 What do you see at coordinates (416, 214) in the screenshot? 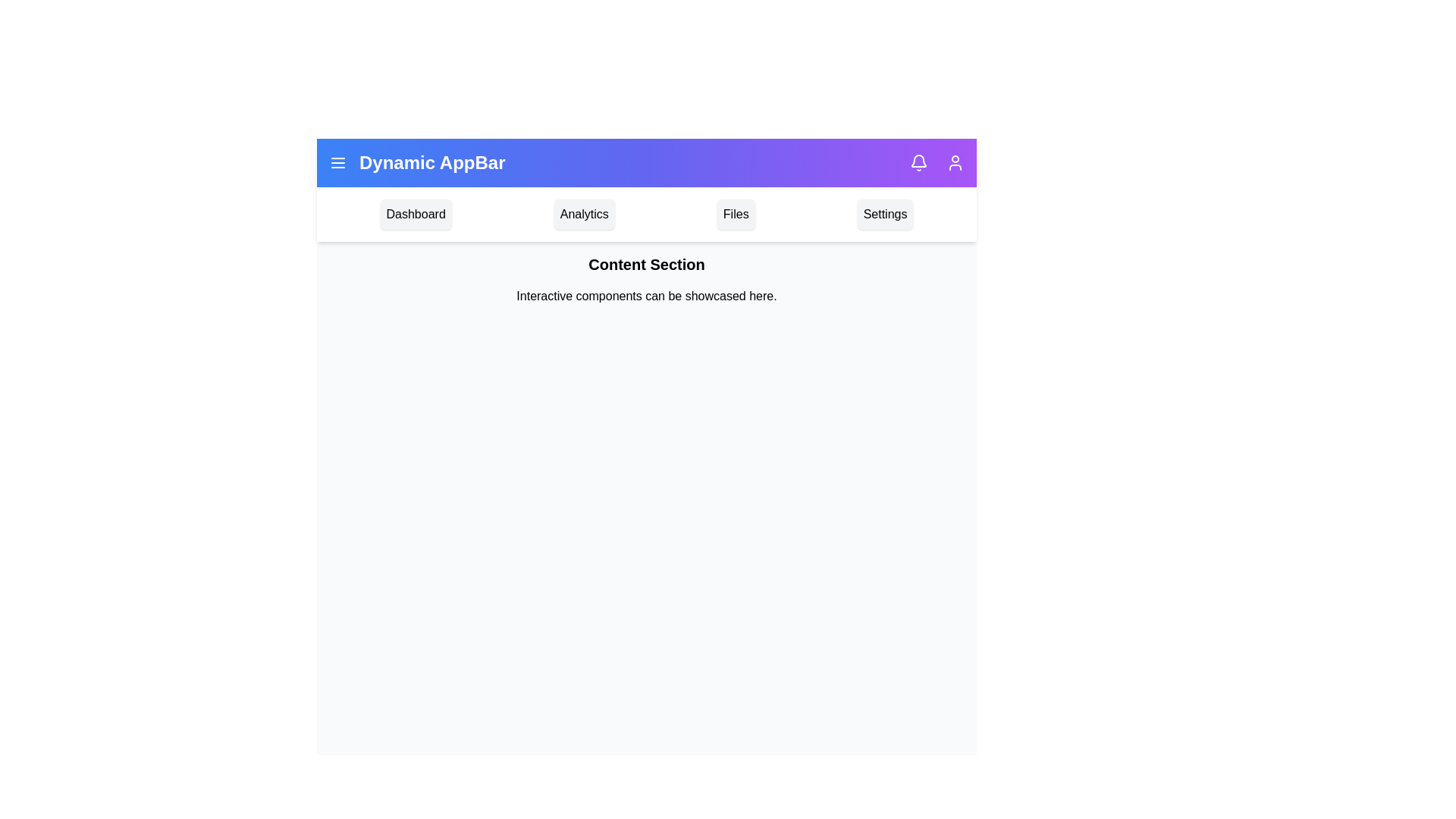
I see `the navigation menu item labeled Dashboard` at bounding box center [416, 214].